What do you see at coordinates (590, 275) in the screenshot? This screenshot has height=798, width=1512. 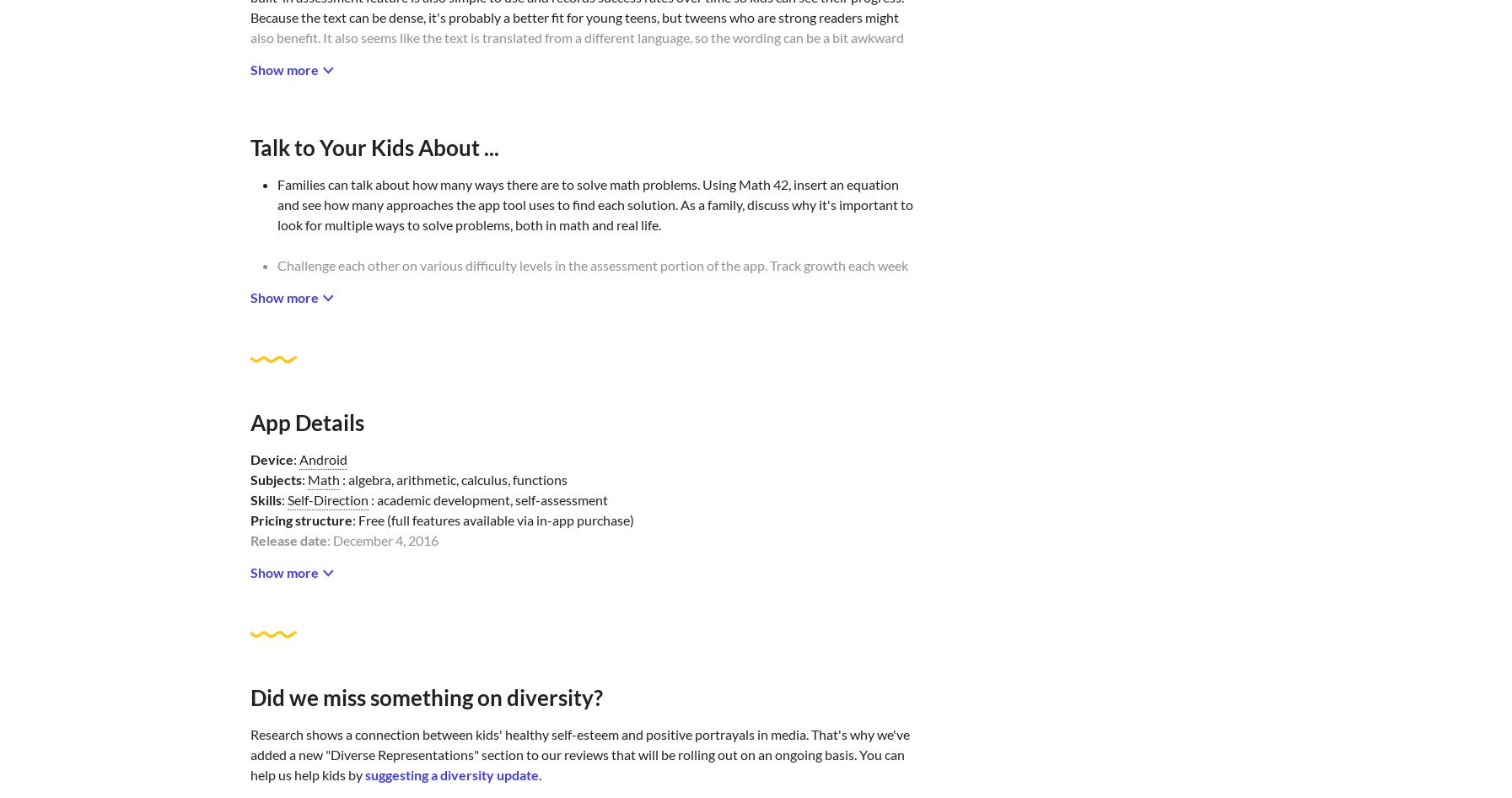 I see `'Challenge each other on various difficulty levels in the assessment portion of the app. Track growth each week to see how each family member improves over time.'` at bounding box center [590, 275].